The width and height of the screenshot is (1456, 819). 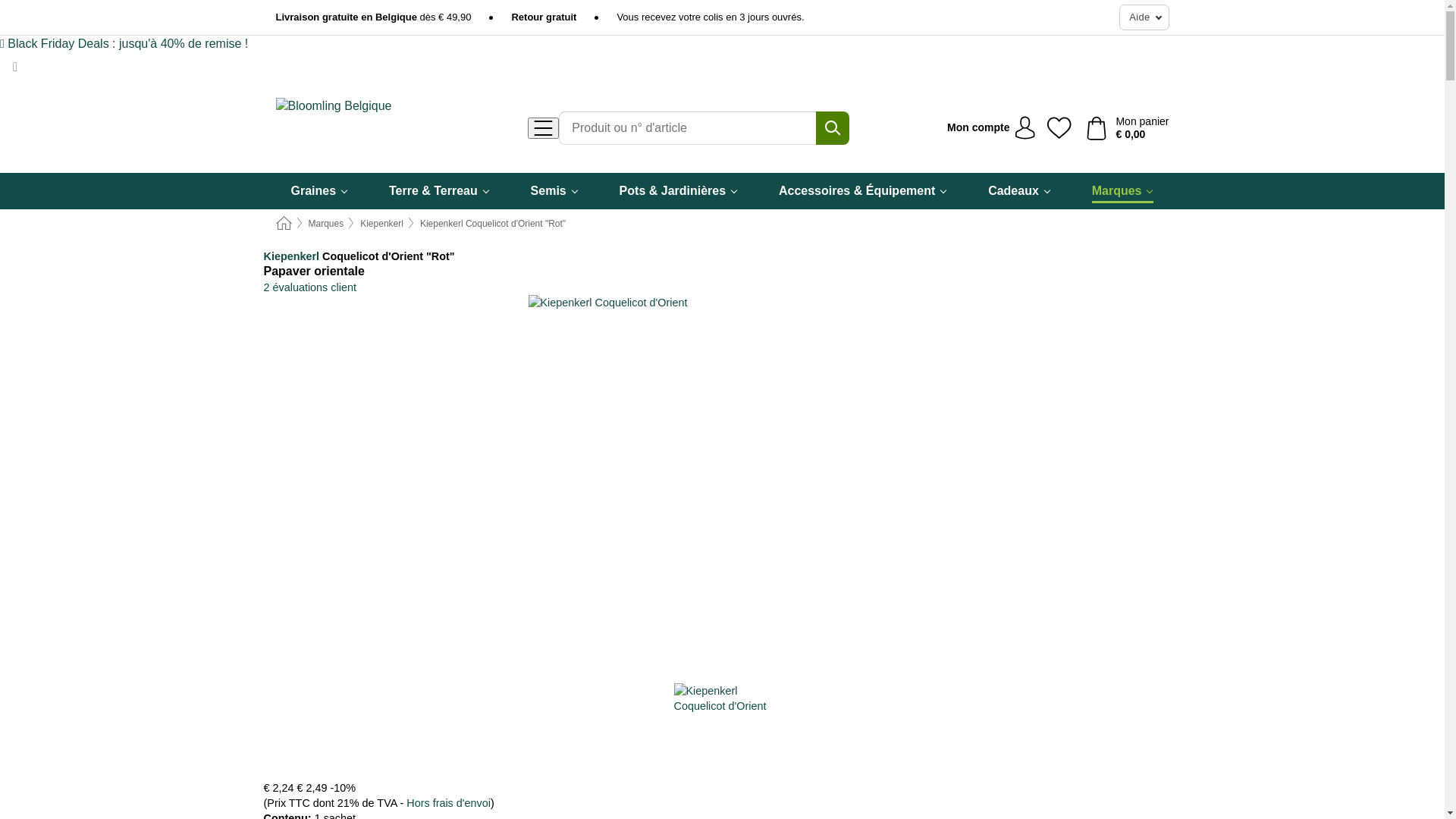 I want to click on 'Page d'accueil', so click(x=284, y=223).